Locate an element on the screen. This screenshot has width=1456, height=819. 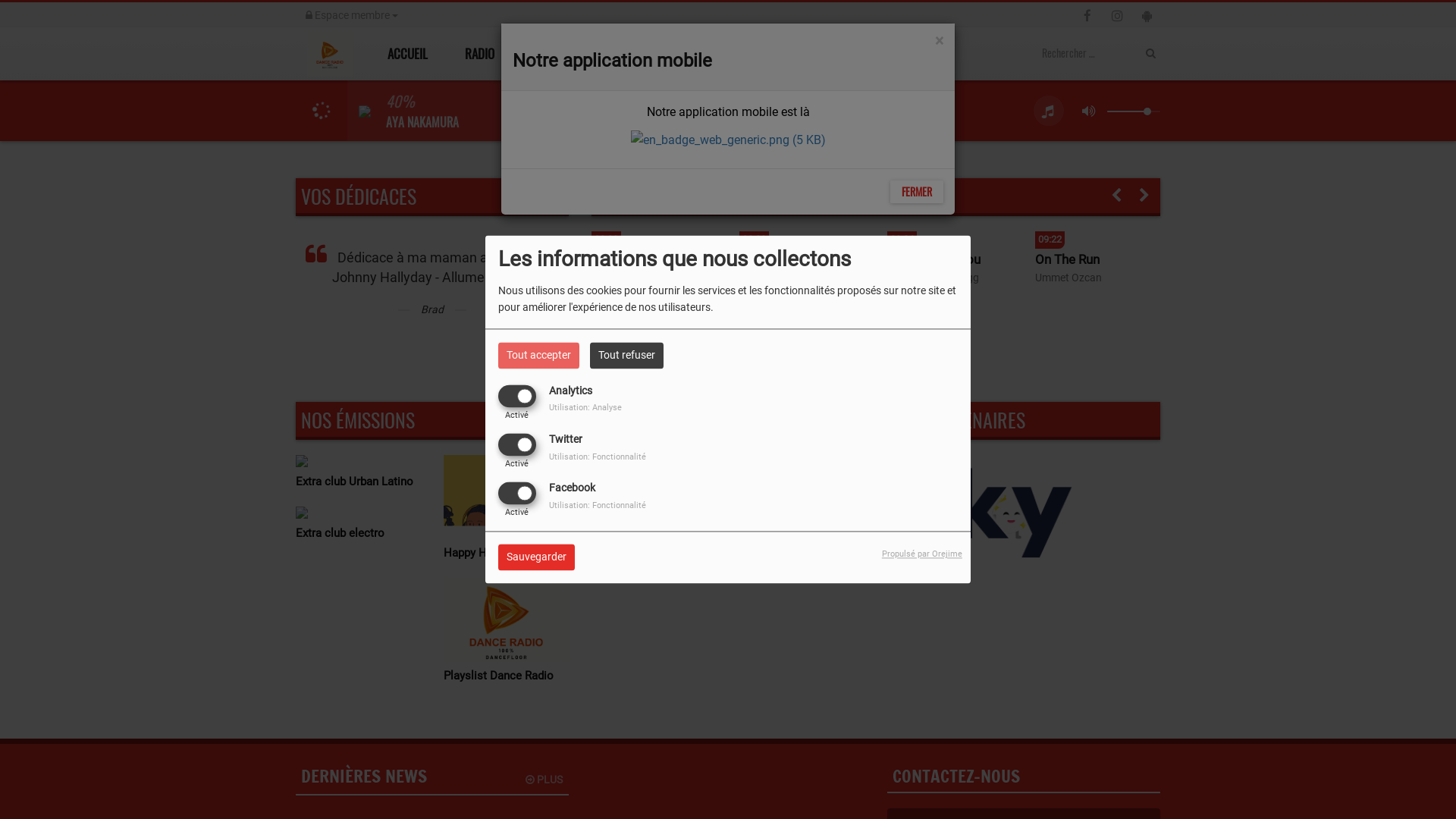
'Espace membre' is located at coordinates (351, 14).